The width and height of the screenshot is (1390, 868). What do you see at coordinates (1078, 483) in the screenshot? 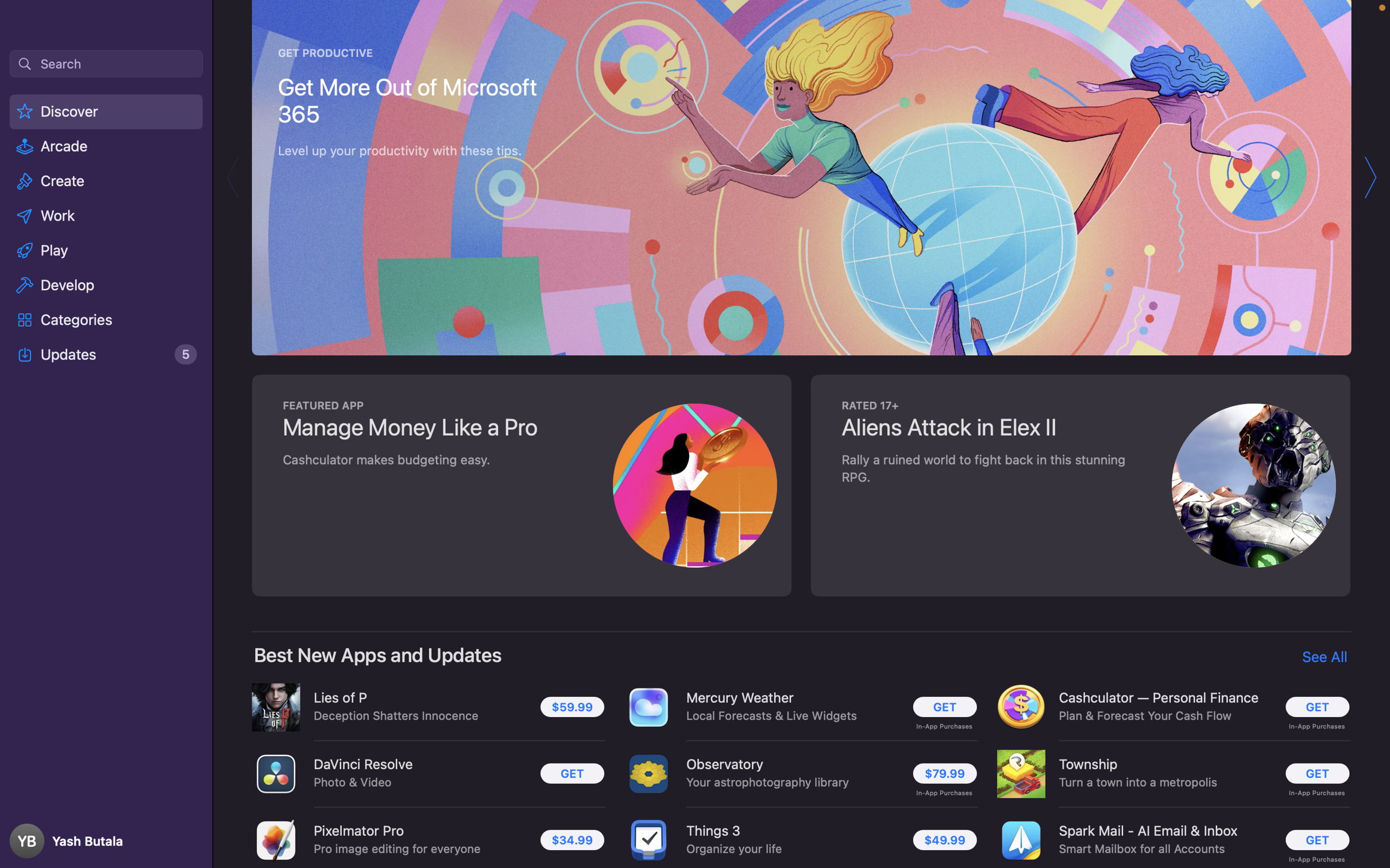
I see `the "Aliens Attack in Alex II"` at bounding box center [1078, 483].